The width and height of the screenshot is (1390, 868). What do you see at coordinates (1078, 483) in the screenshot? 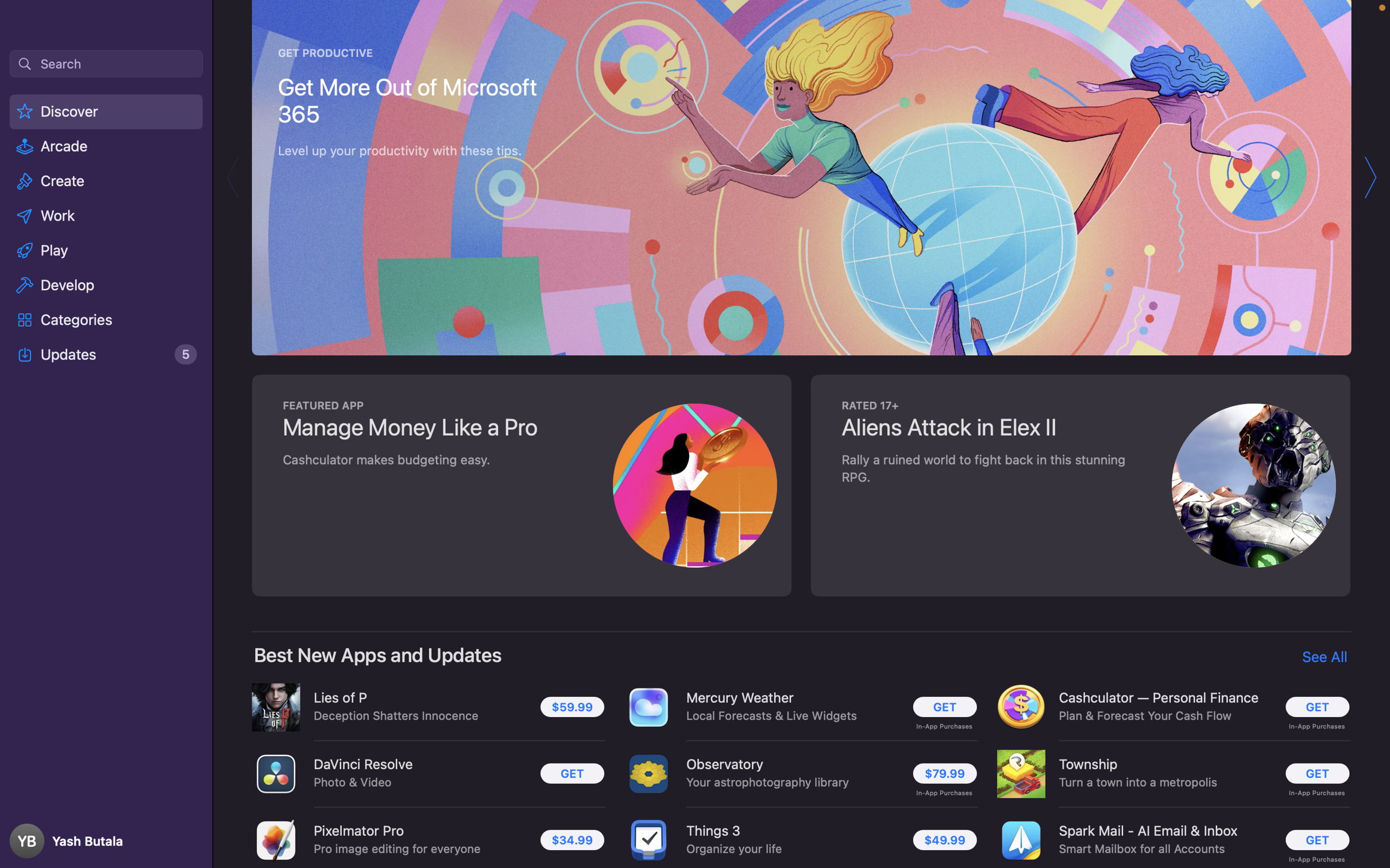
I see `the "Aliens Attack in Alex II"` at bounding box center [1078, 483].